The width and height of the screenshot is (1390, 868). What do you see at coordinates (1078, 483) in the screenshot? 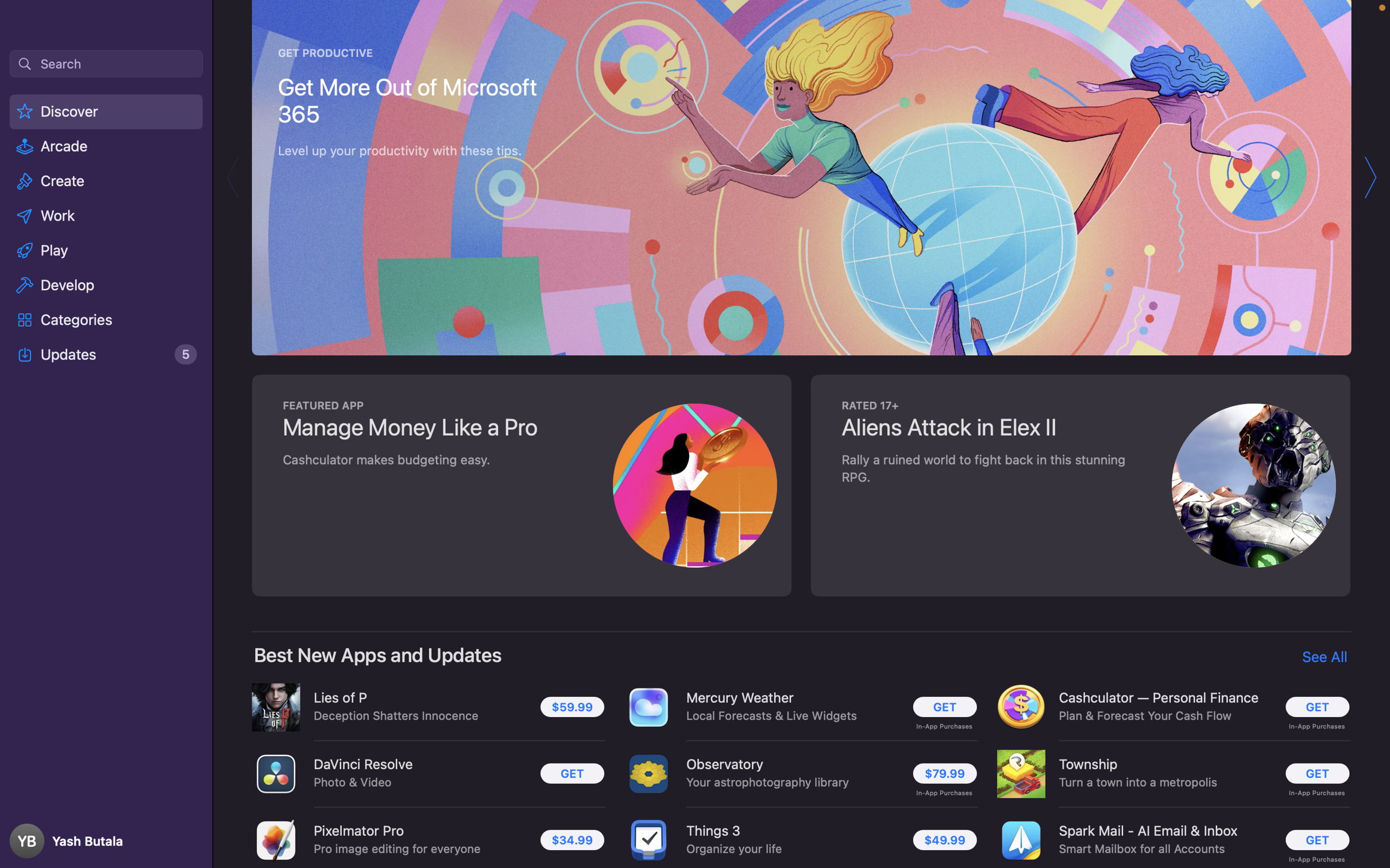
I see `the "Aliens Attack in Alex II"` at bounding box center [1078, 483].